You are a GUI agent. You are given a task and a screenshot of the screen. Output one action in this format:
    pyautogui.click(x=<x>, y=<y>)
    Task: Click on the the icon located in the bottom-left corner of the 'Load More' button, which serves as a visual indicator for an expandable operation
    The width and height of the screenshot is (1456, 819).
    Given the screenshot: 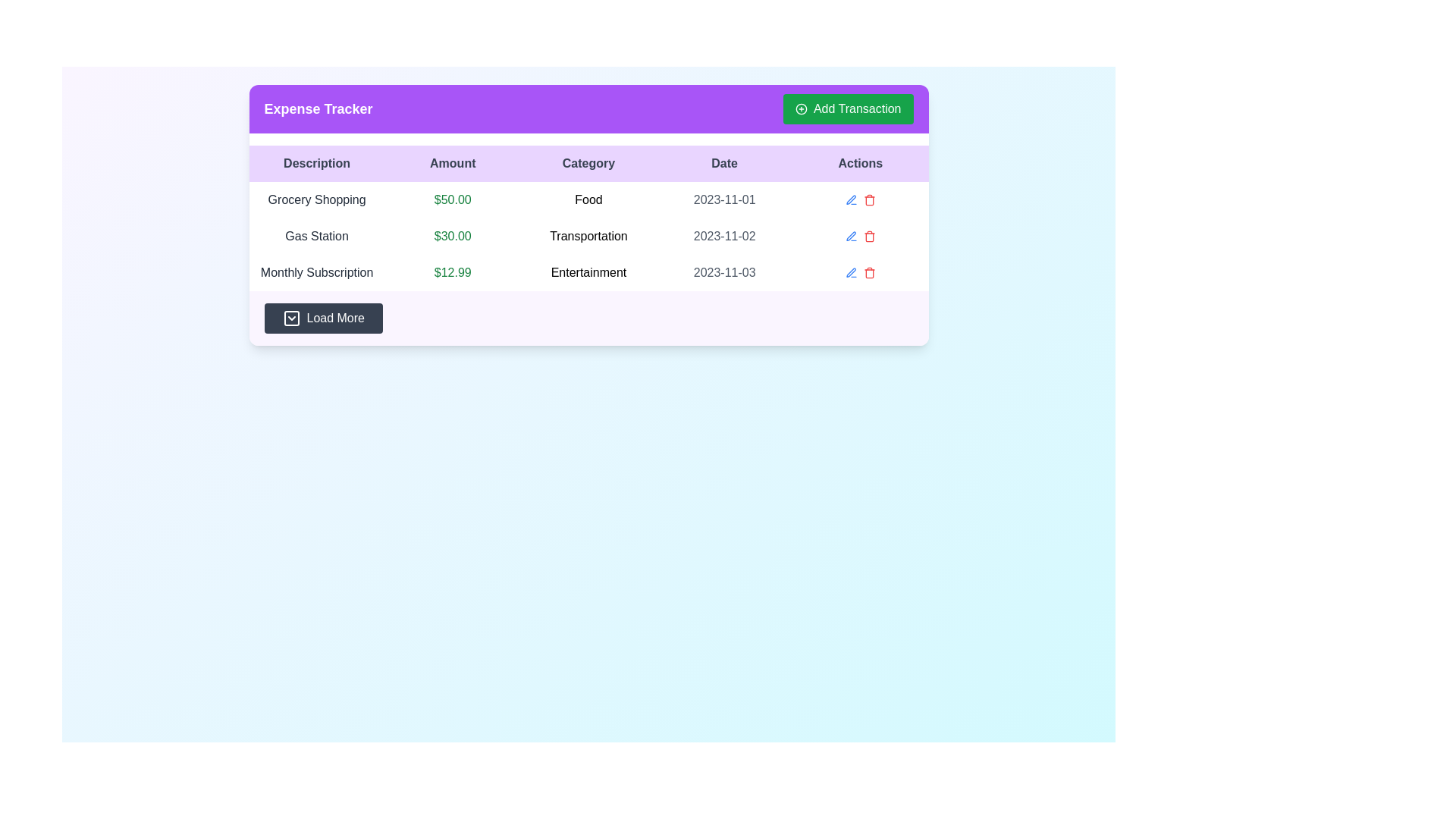 What is the action you would take?
    pyautogui.click(x=291, y=318)
    